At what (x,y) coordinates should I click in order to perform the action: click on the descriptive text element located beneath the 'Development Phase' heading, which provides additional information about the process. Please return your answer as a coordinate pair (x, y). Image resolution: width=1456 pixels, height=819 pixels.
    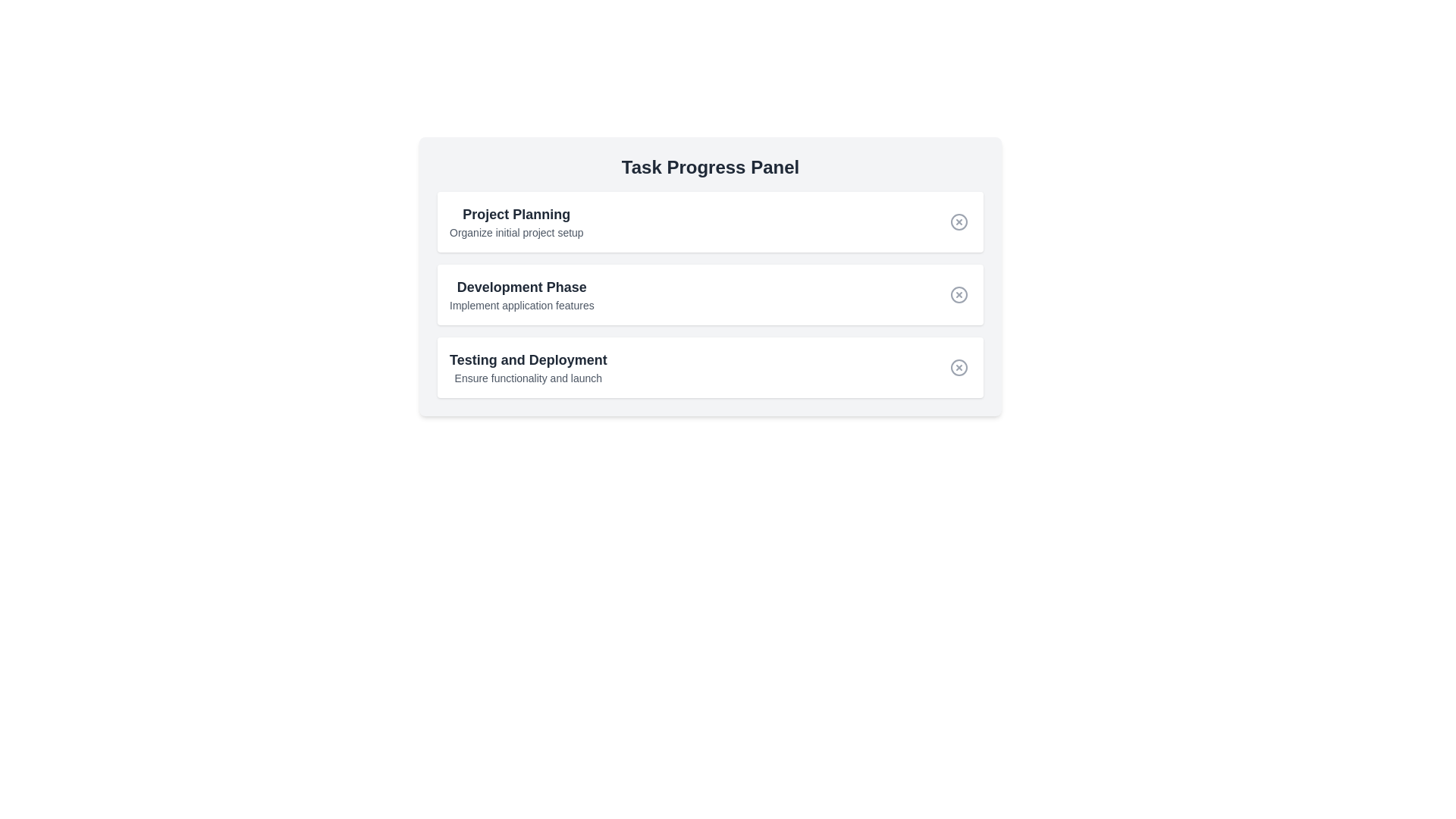
    Looking at the image, I should click on (522, 305).